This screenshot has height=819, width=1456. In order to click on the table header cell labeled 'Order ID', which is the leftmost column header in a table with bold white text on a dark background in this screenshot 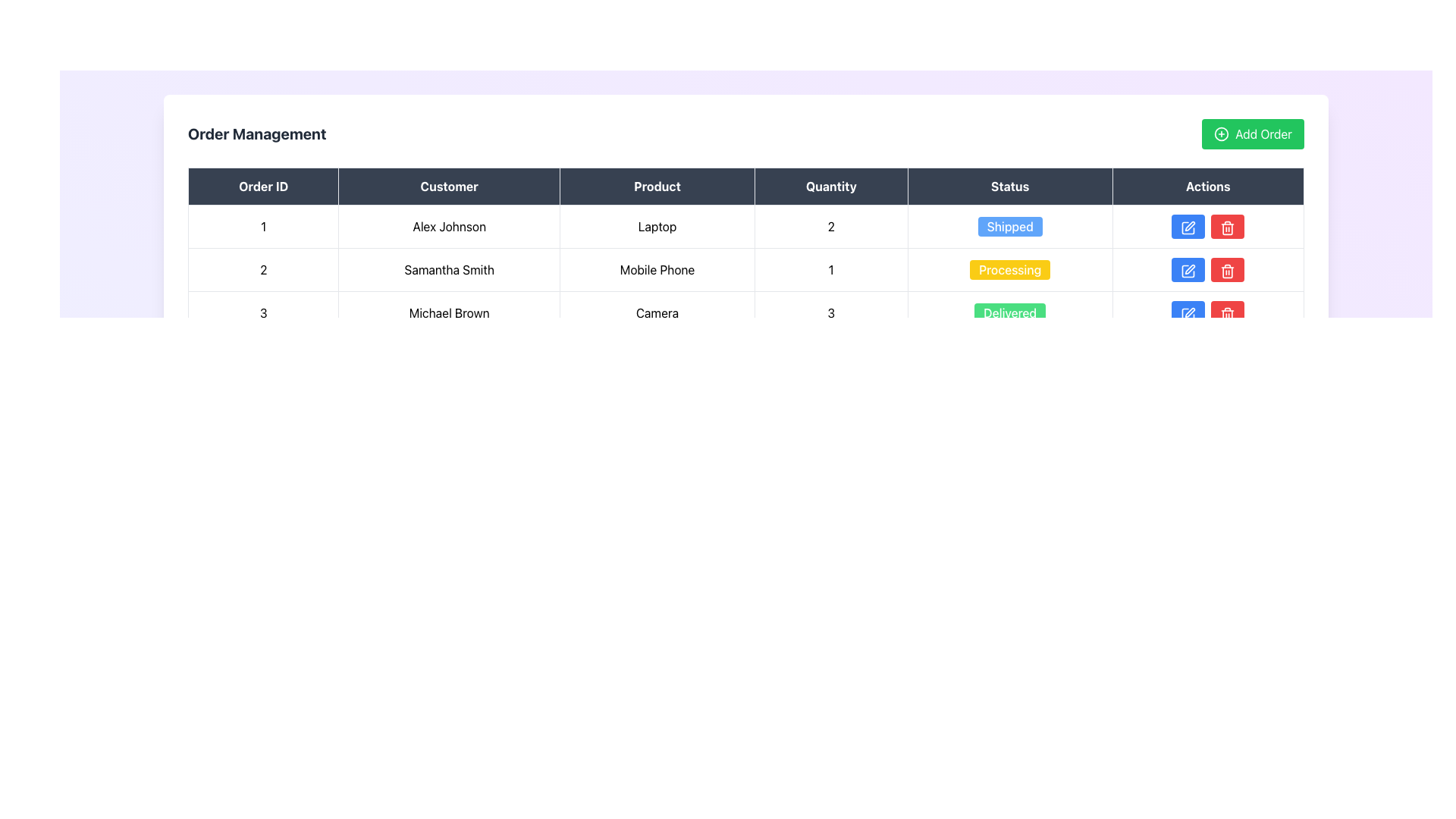, I will do `click(263, 186)`.